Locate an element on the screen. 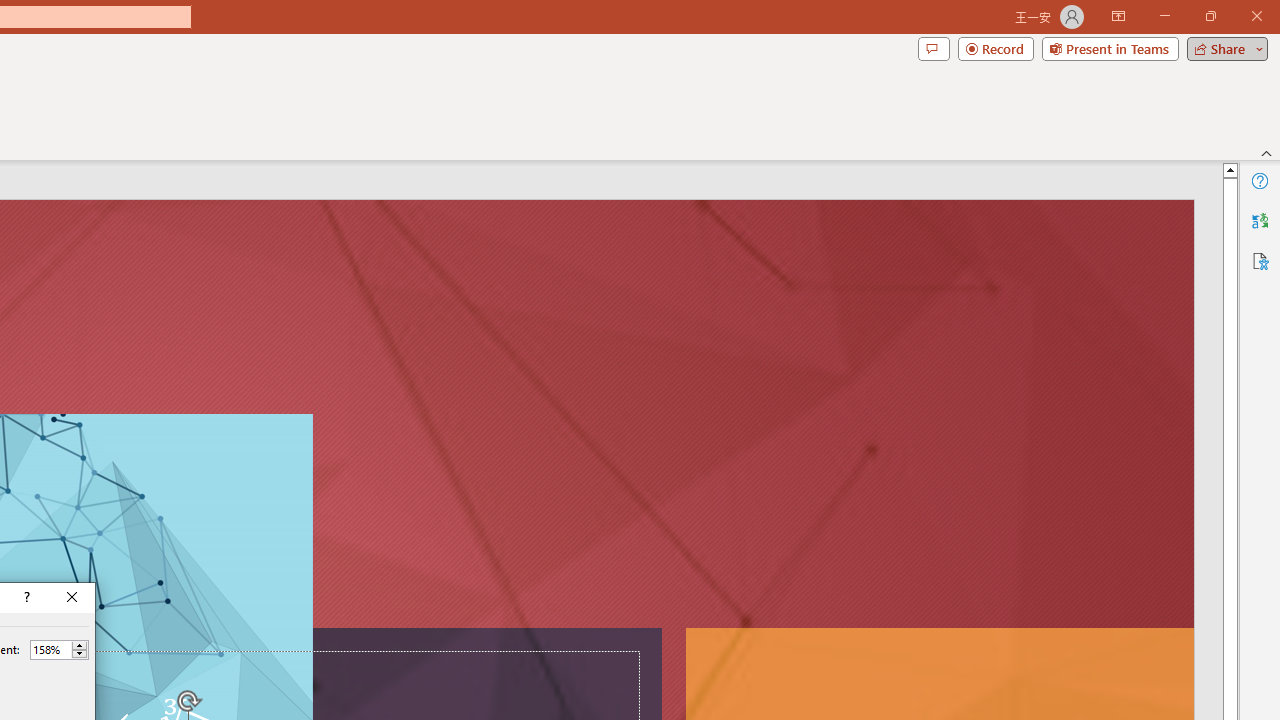 This screenshot has width=1280, height=720. 'Percent' is located at coordinates (59, 650).